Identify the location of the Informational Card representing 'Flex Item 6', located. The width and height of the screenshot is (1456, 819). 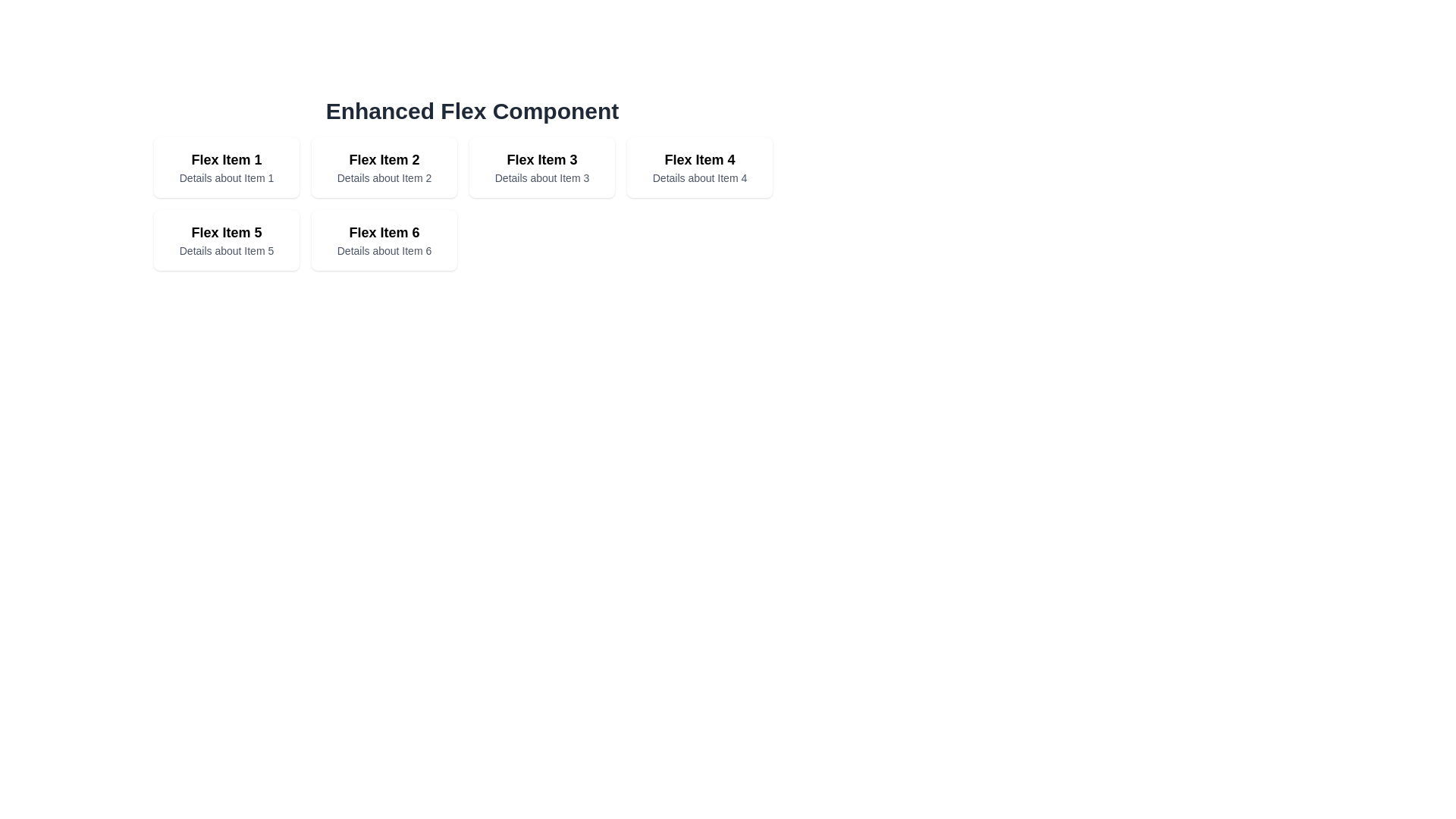
(384, 239).